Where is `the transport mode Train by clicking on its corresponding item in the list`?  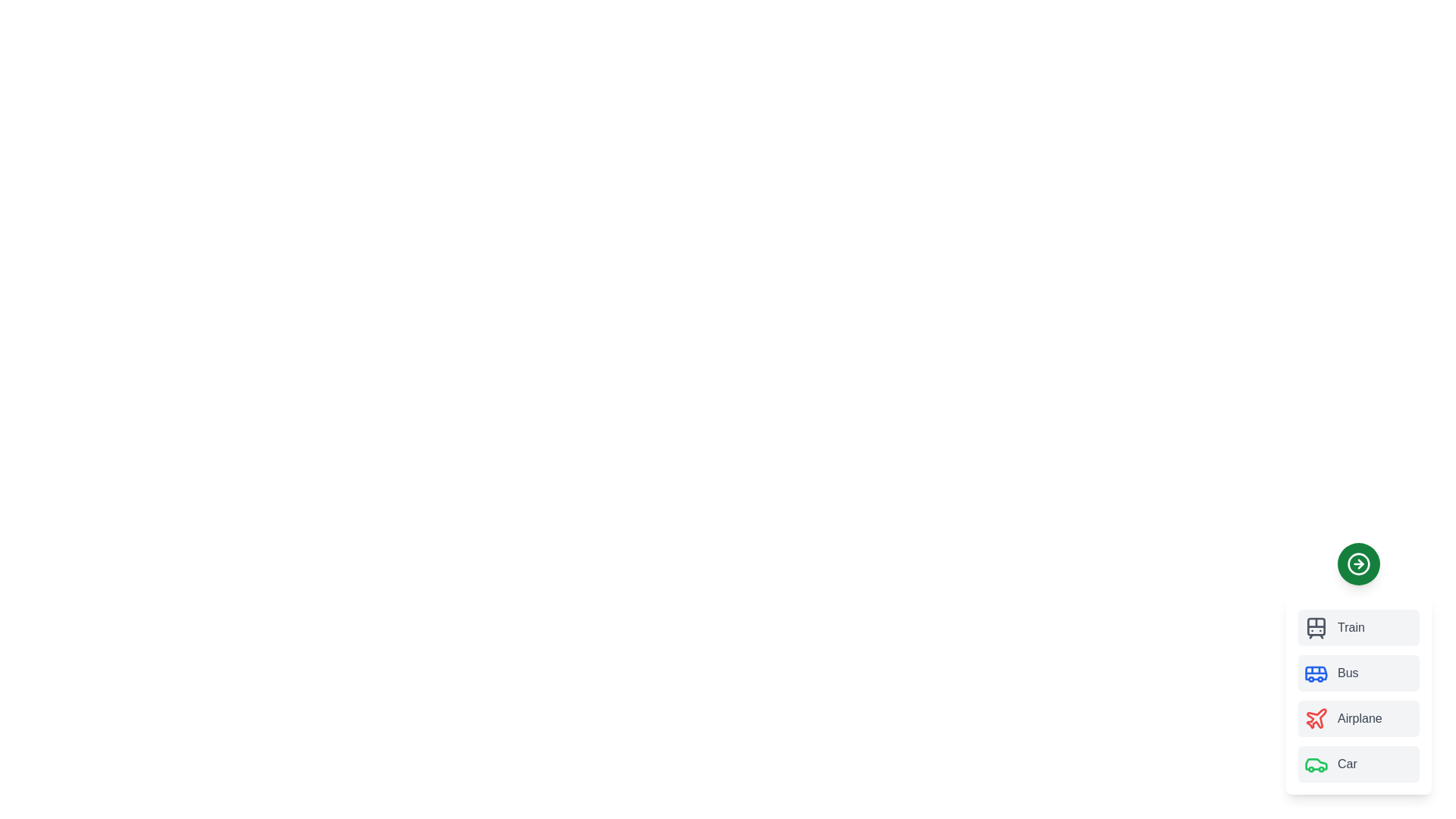 the transport mode Train by clicking on its corresponding item in the list is located at coordinates (1358, 628).